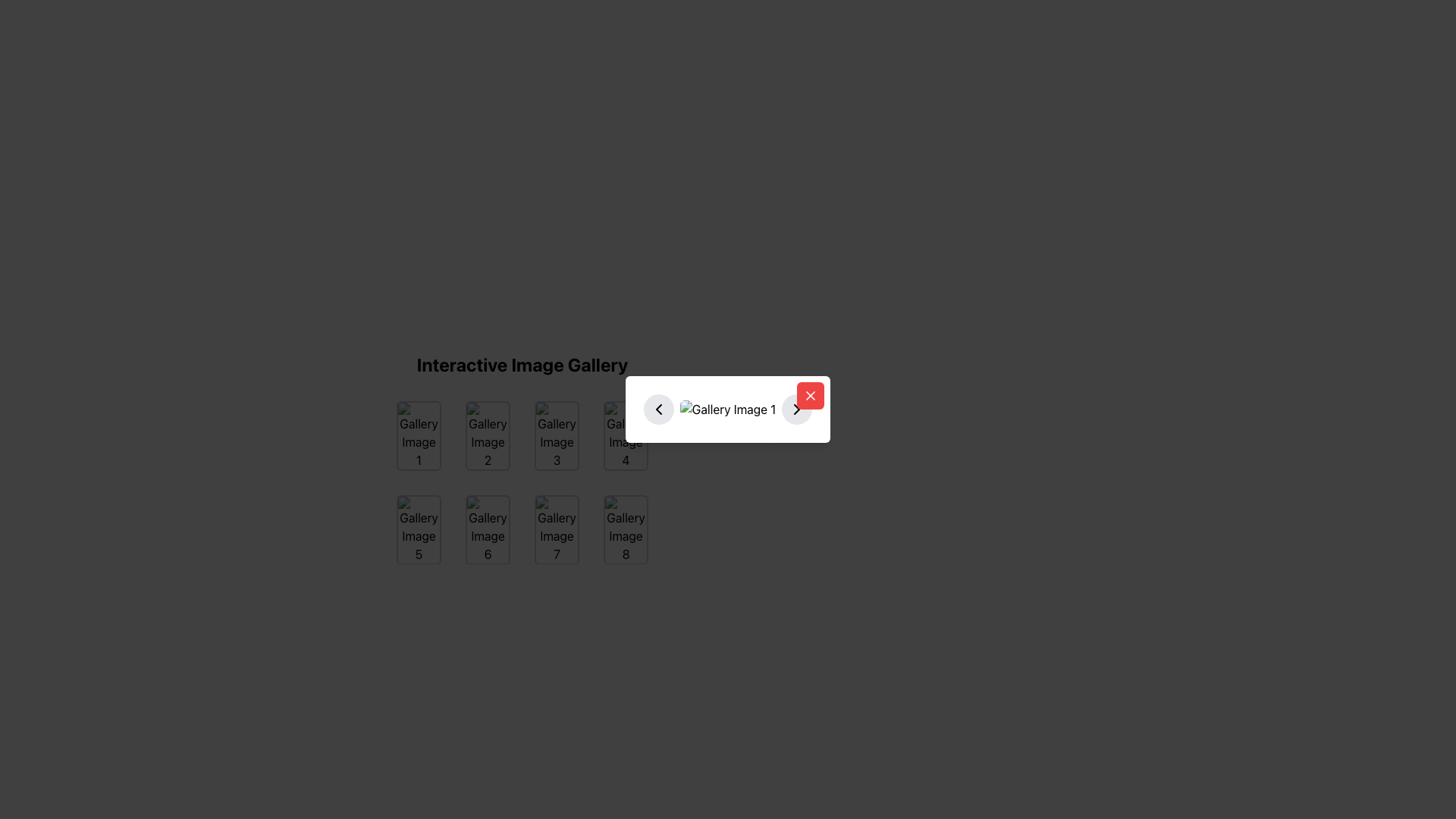 The width and height of the screenshot is (1456, 819). Describe the element at coordinates (522, 365) in the screenshot. I see `the bold and large-font heading displaying 'Interactive Image Gallery'` at that location.